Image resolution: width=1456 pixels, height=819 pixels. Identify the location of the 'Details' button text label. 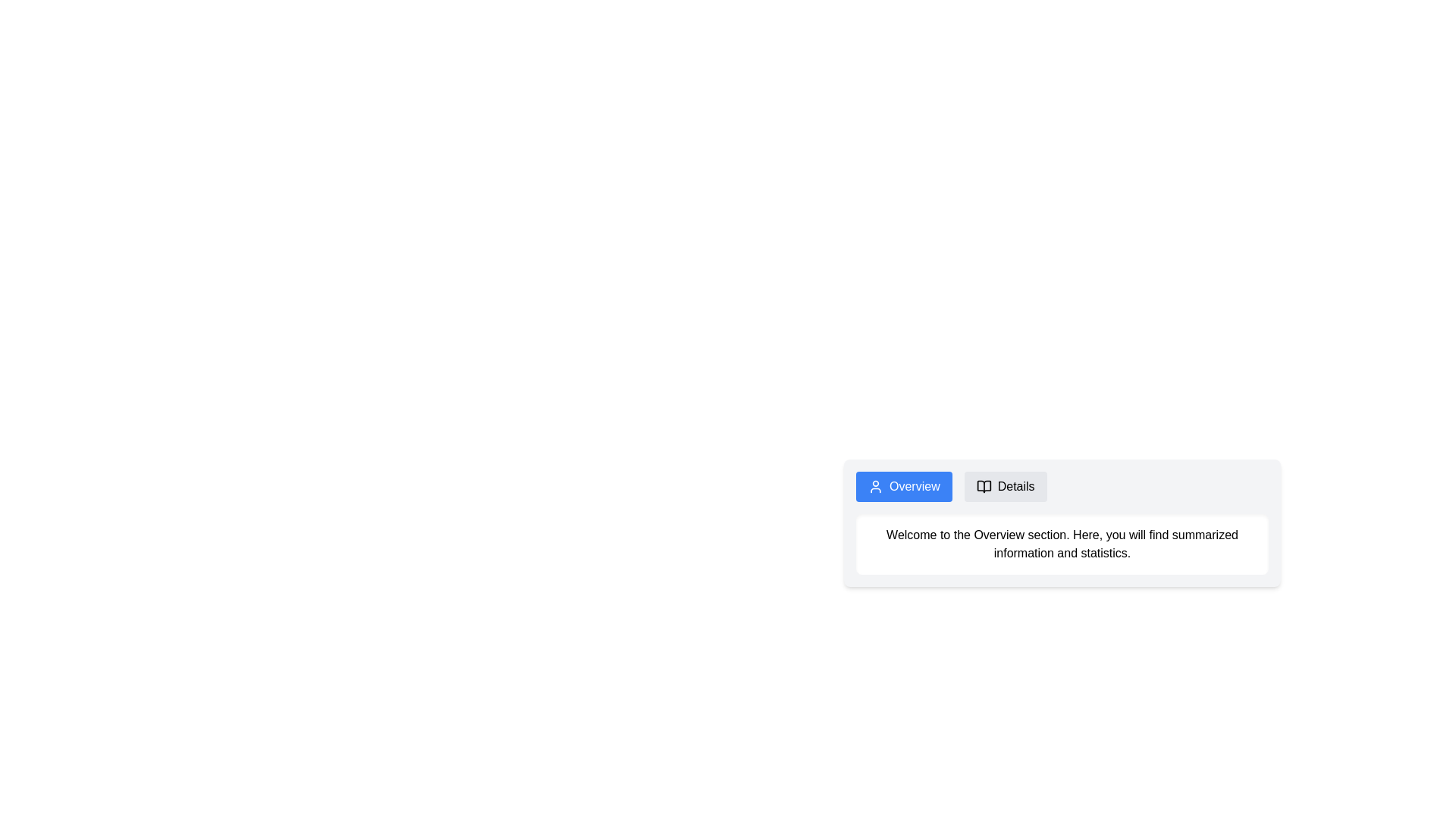
(1016, 486).